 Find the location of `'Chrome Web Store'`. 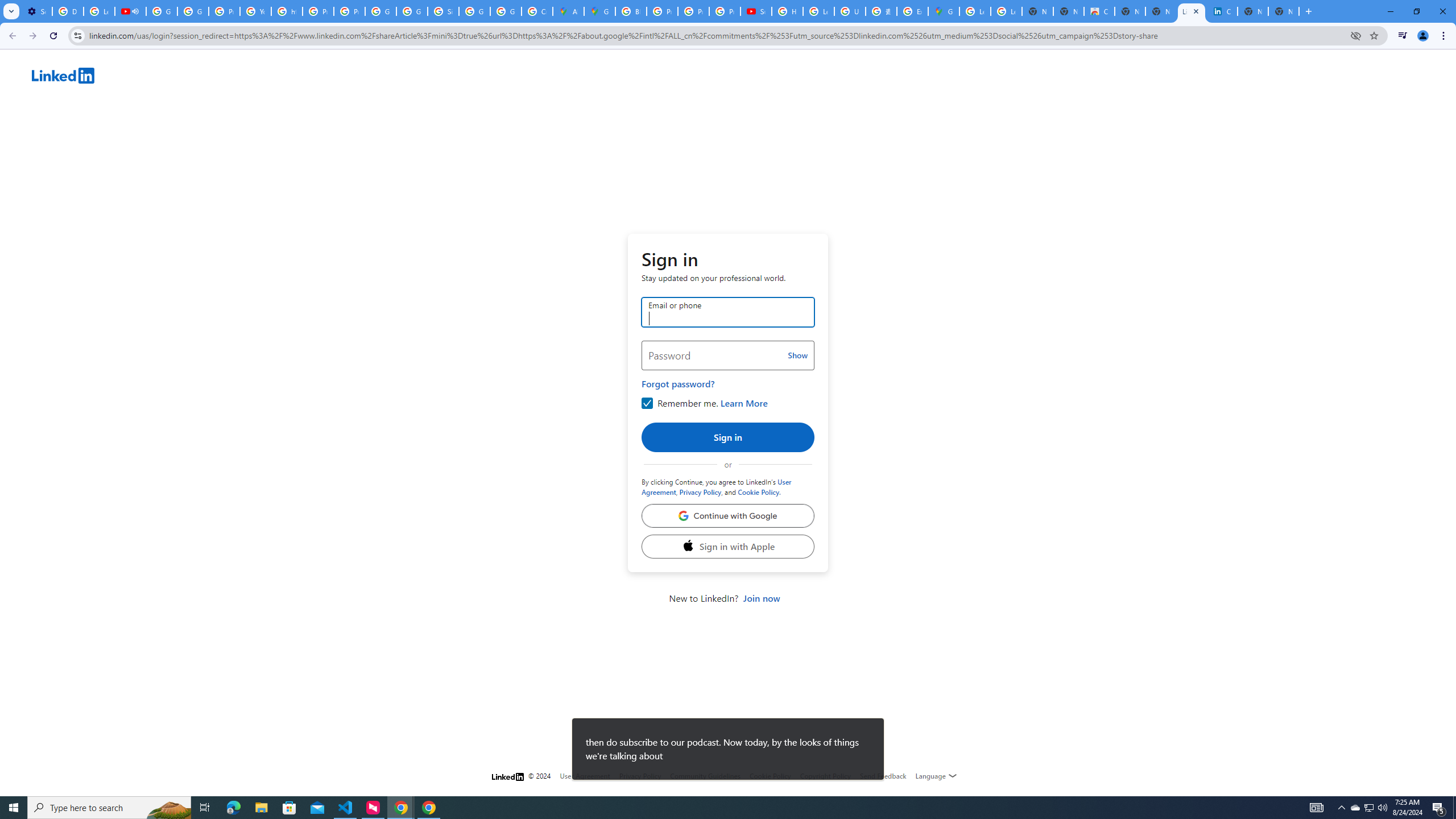

'Chrome Web Store' is located at coordinates (1099, 11).